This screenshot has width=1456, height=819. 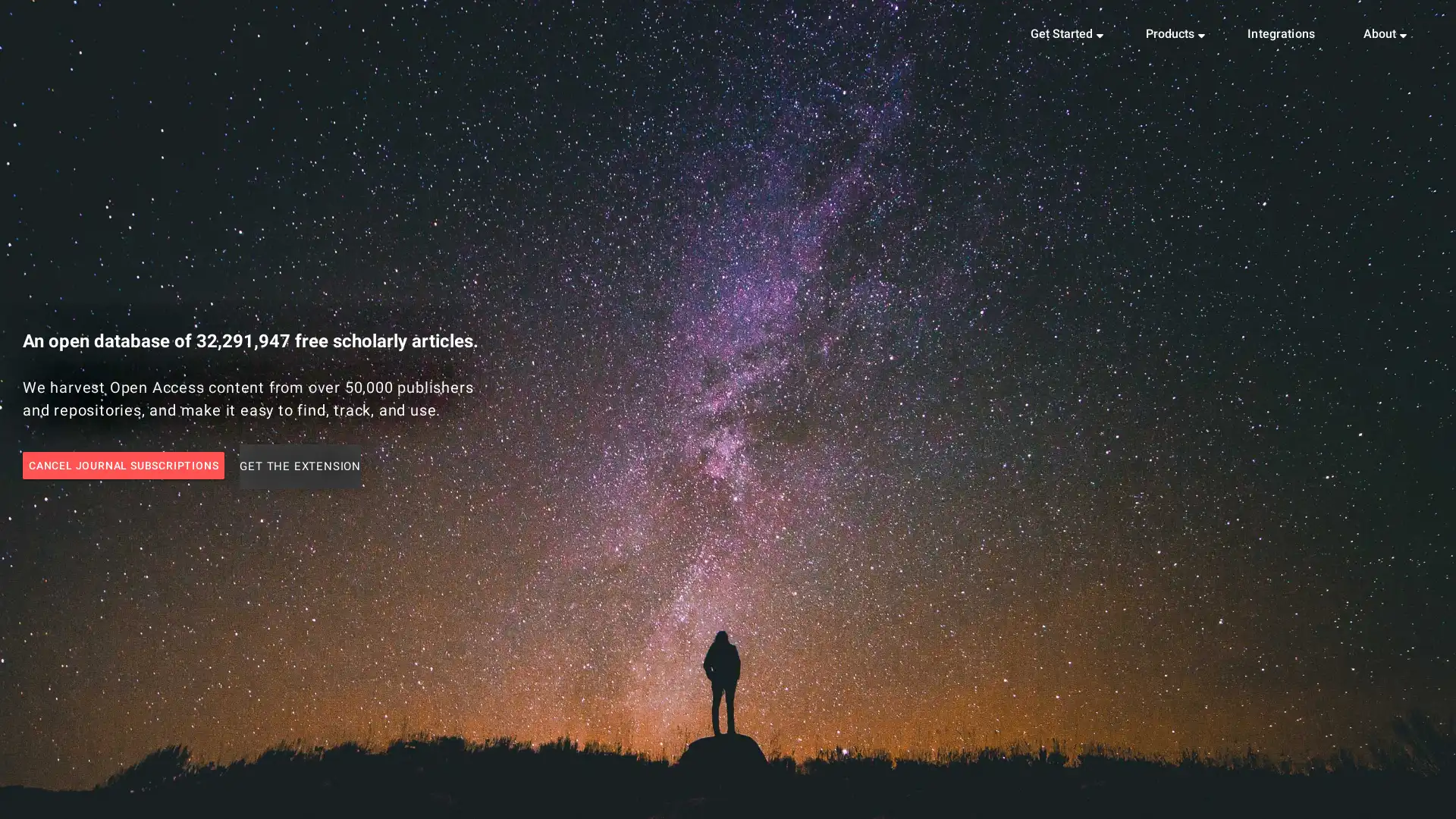 What do you see at coordinates (1384, 33) in the screenshot?
I see `About` at bounding box center [1384, 33].